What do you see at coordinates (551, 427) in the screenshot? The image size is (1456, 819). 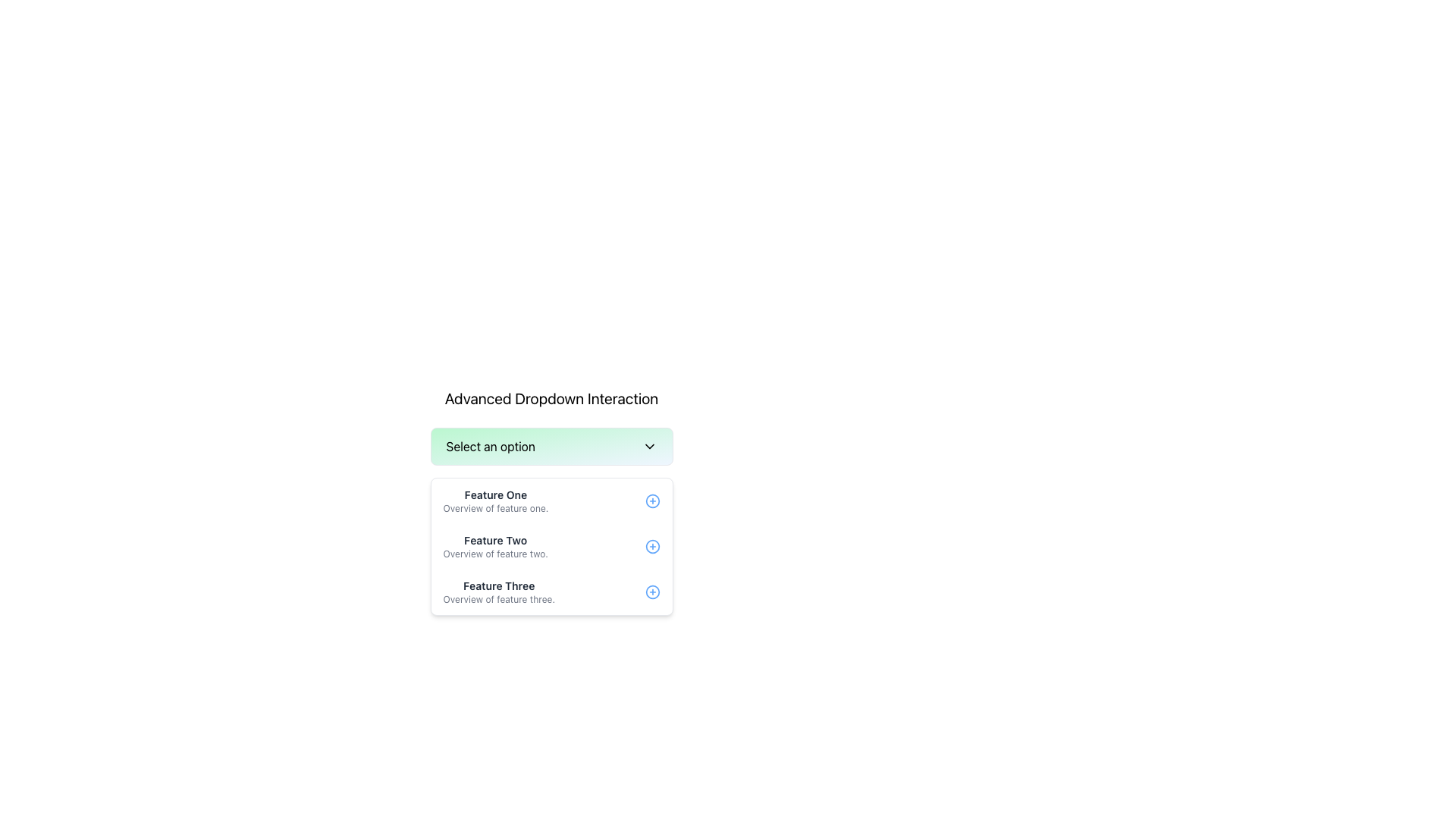 I see `the dropdown menu located below the heading 'Advanced Dropdown Interaction'` at bounding box center [551, 427].